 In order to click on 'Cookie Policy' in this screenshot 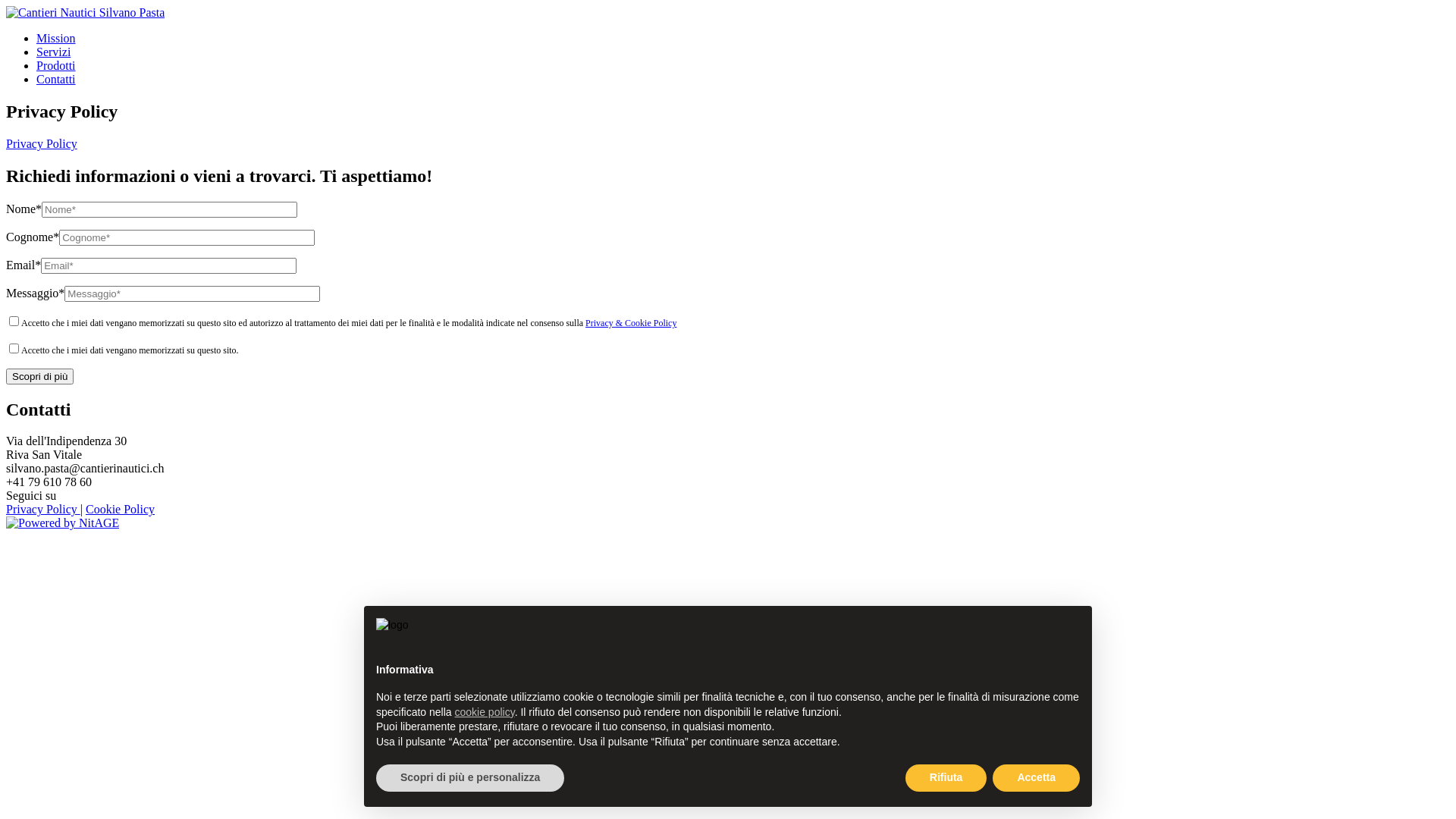, I will do `click(119, 509)`.